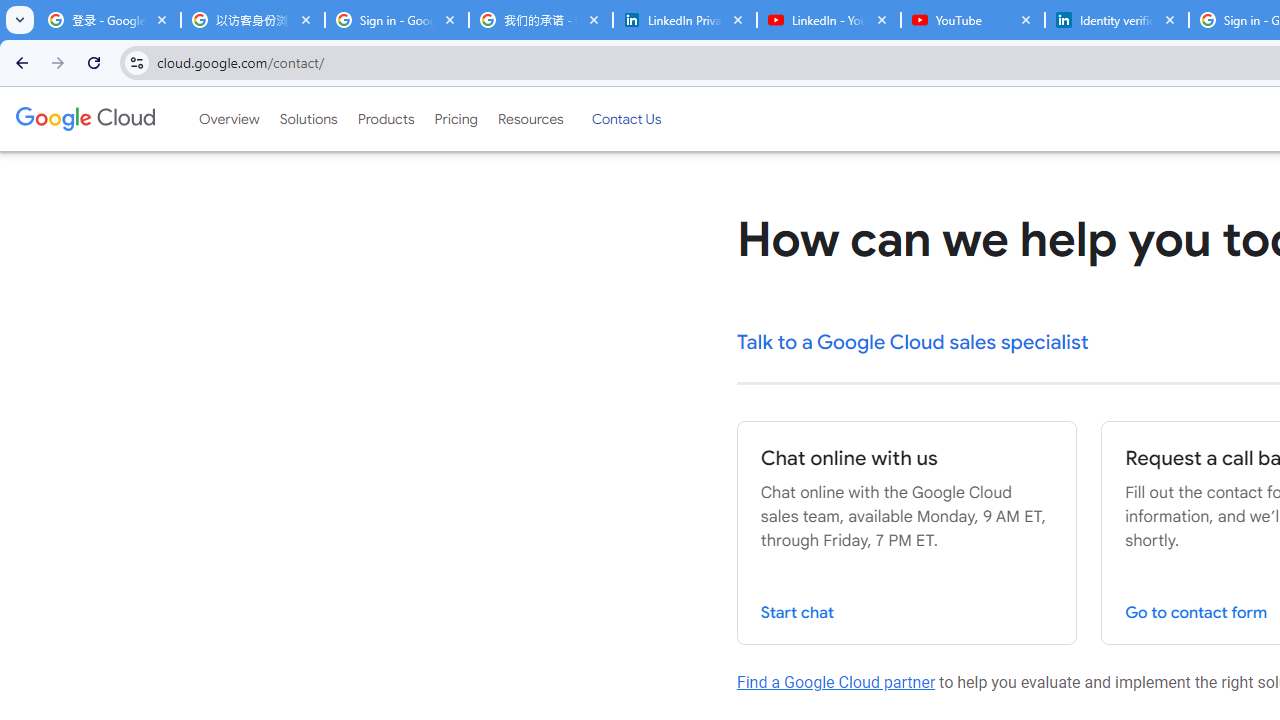  I want to click on 'LinkedIn Privacy Policy', so click(684, 20).